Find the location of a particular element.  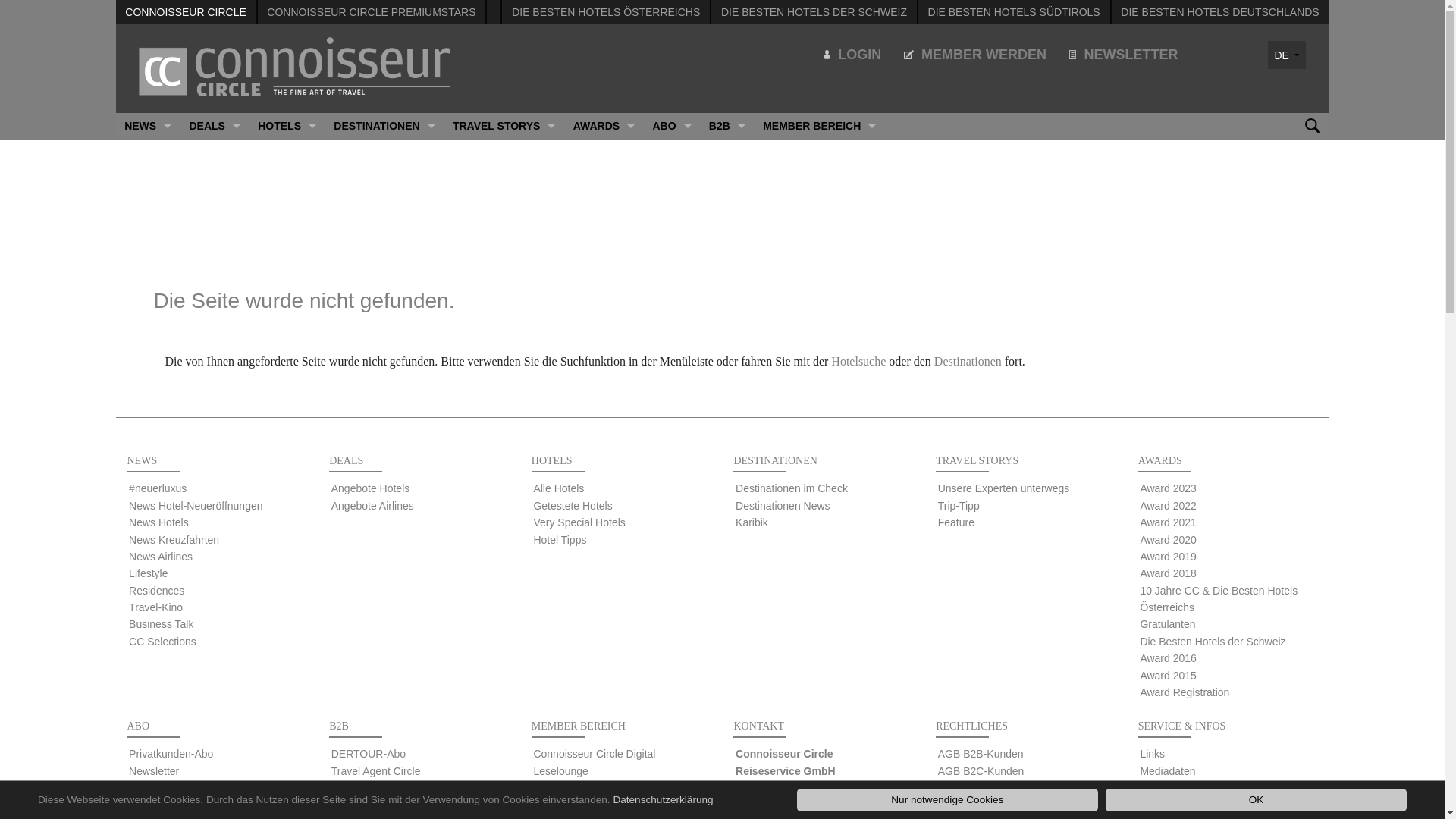

'News Airlines' is located at coordinates (160, 556).